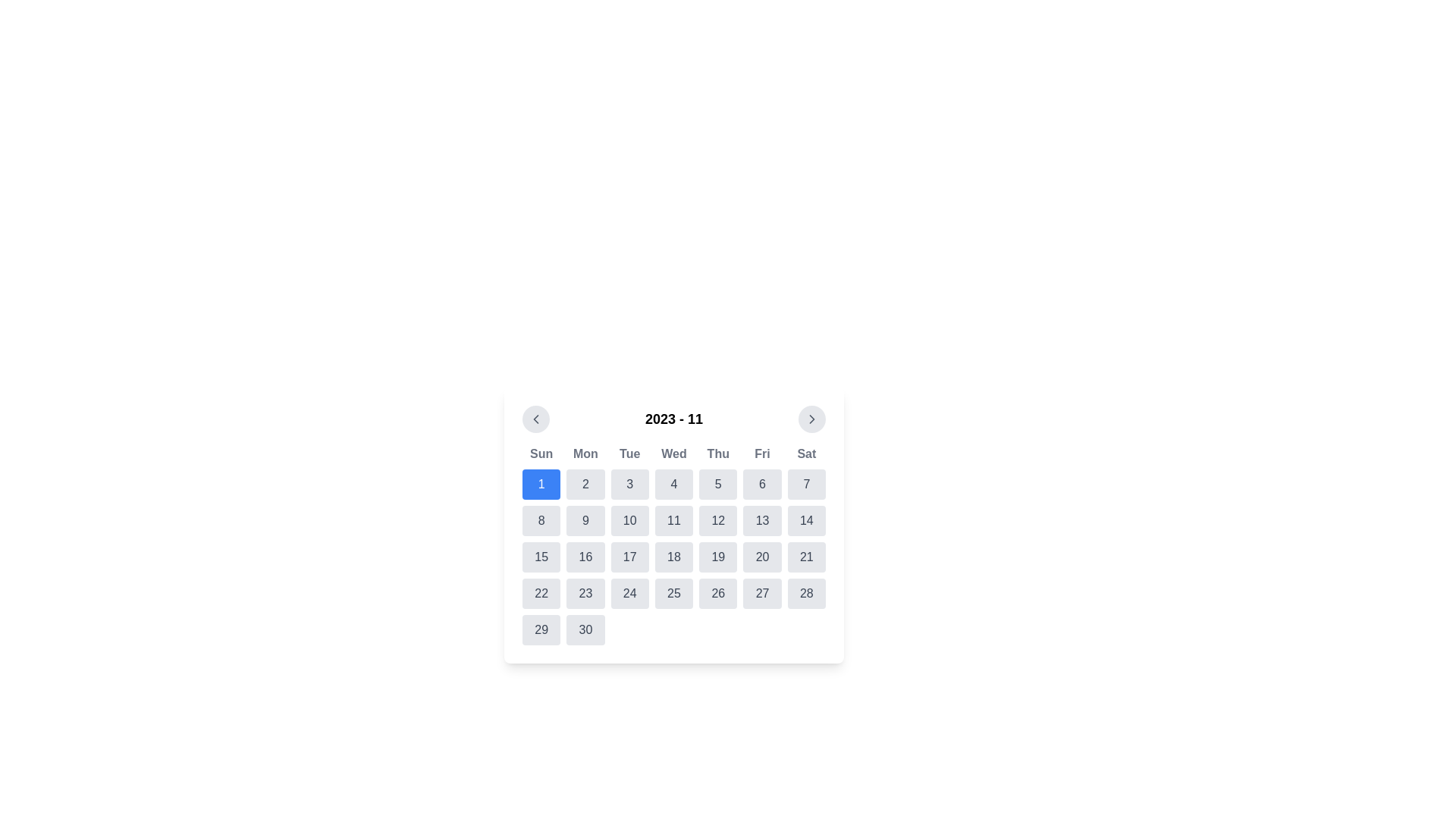 The height and width of the screenshot is (819, 1456). What do you see at coordinates (585, 593) in the screenshot?
I see `the interactive date selector button` at bounding box center [585, 593].